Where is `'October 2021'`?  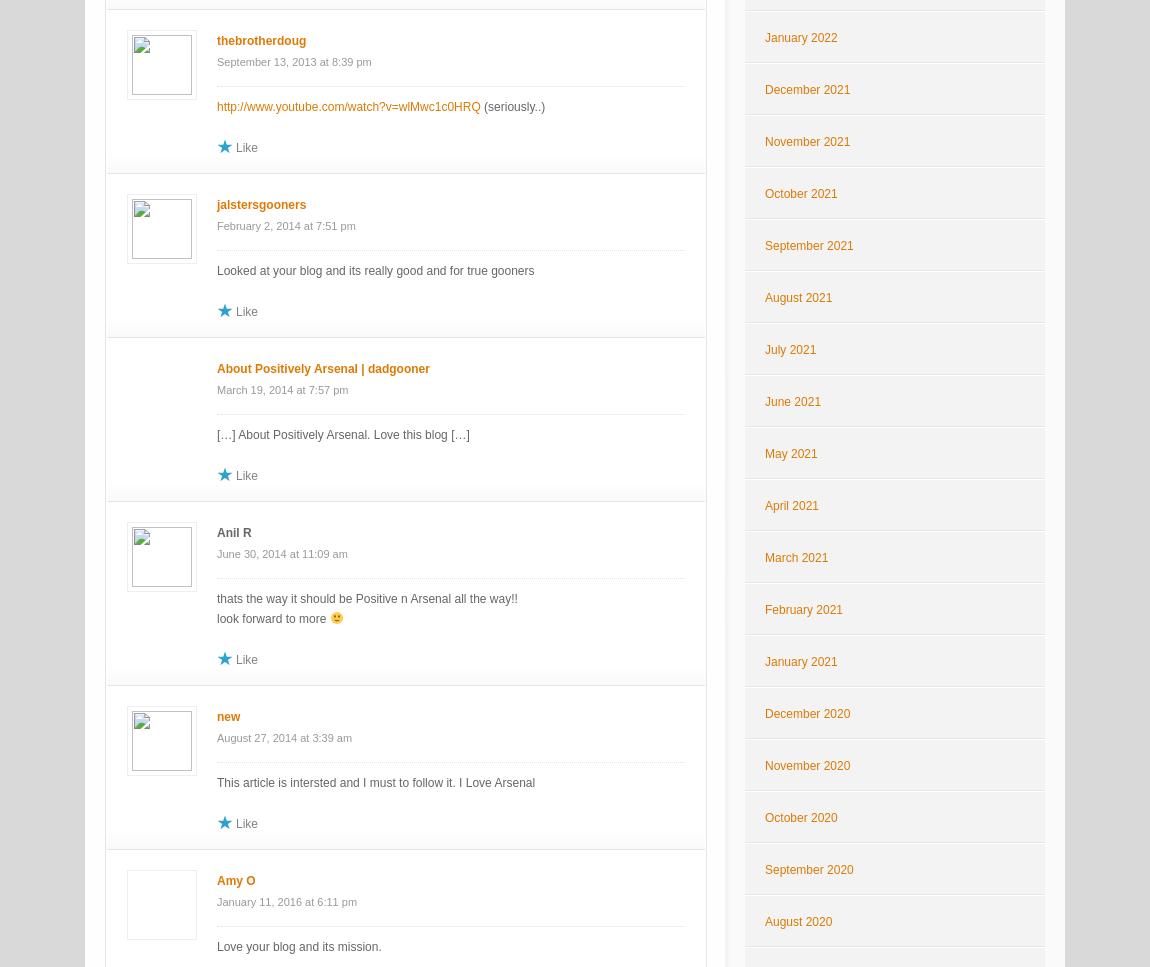
'October 2021' is located at coordinates (799, 192).